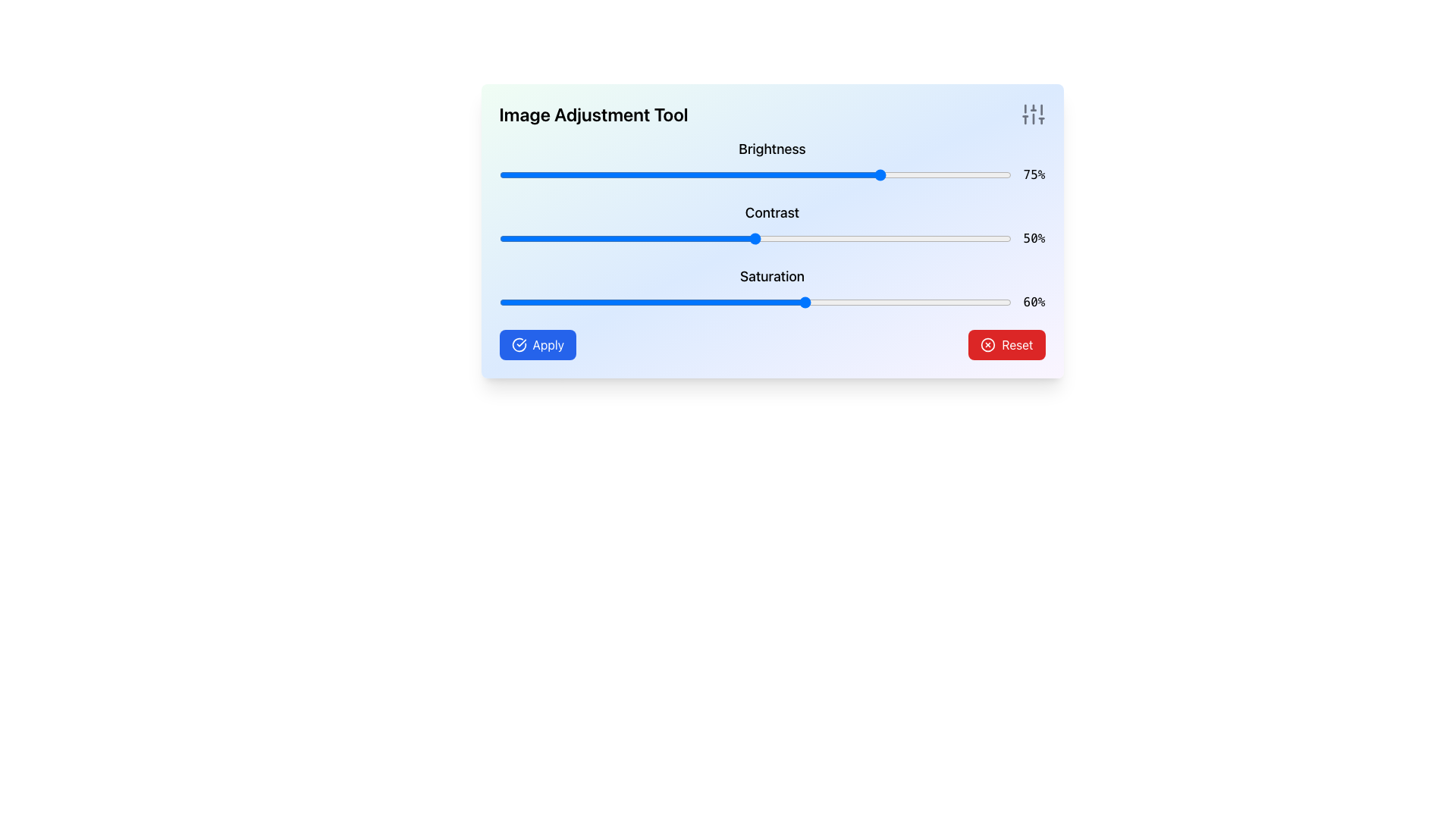 The image size is (1456, 819). What do you see at coordinates (548, 345) in the screenshot?
I see `the text label displaying 'Apply' which is styled to resemble a button with a blue background and white text, located at the bottom-left corner of the interface` at bounding box center [548, 345].